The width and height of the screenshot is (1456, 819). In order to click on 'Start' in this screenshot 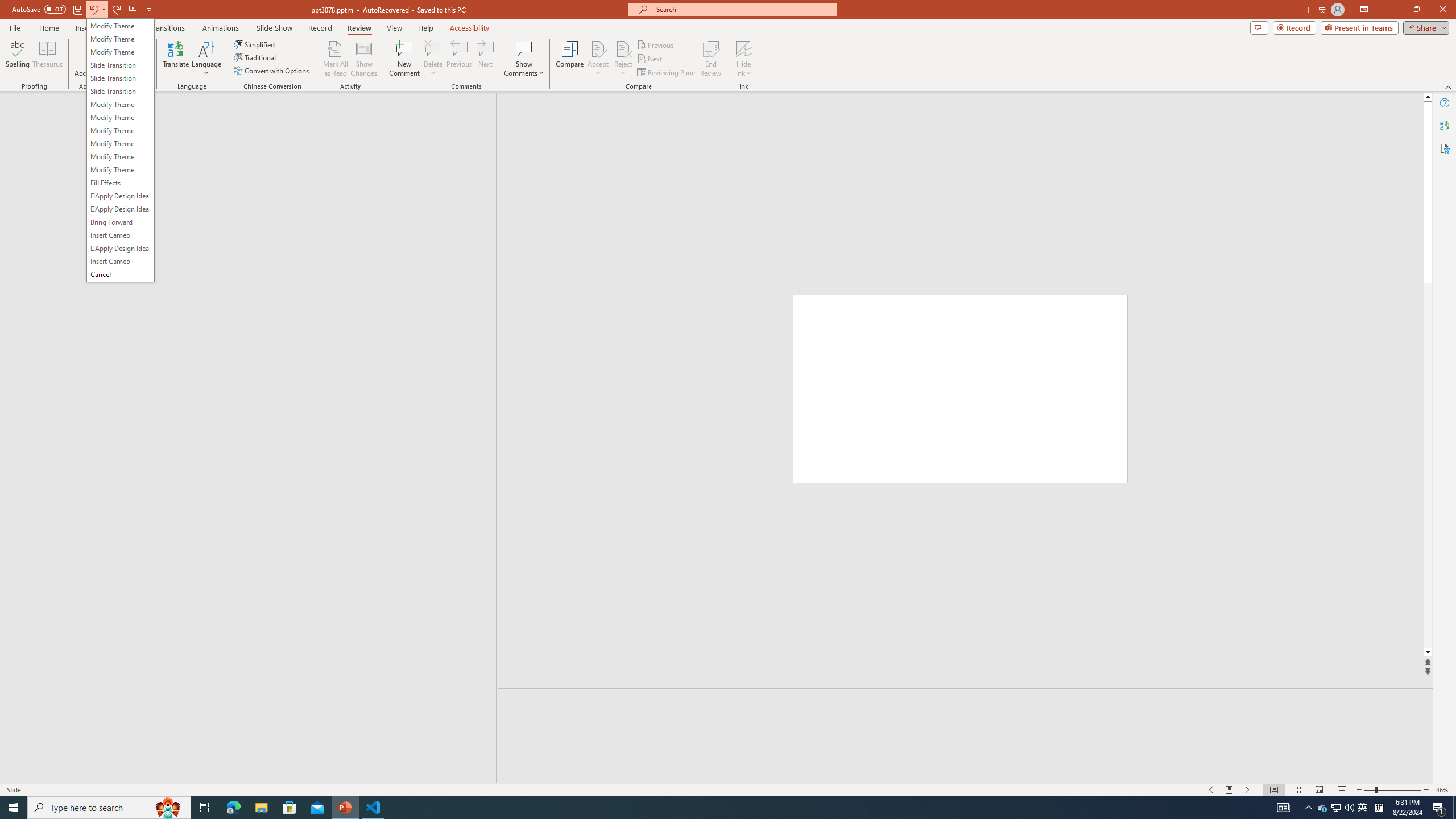, I will do `click(14, 806)`.